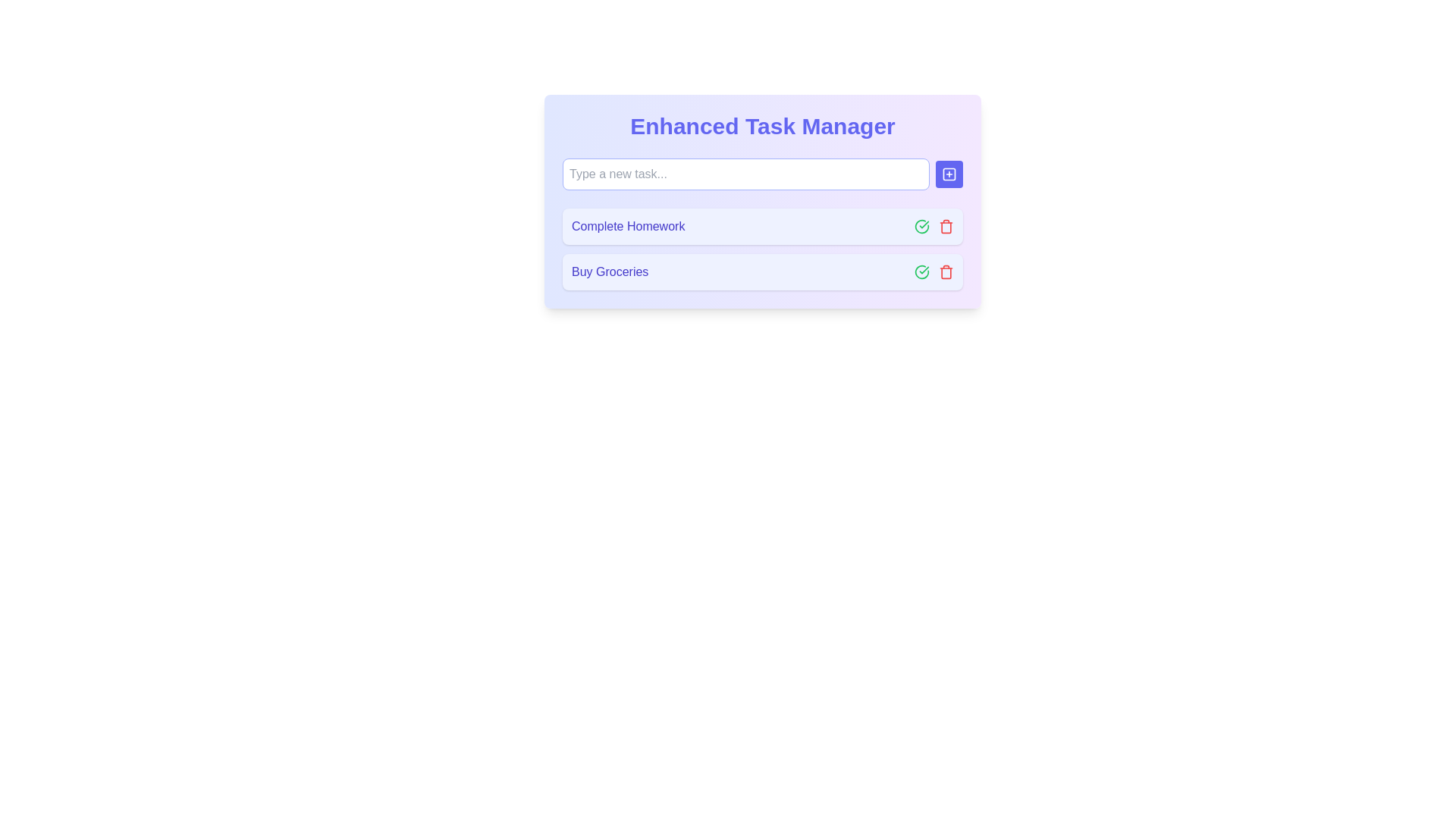 The height and width of the screenshot is (819, 1456). What do you see at coordinates (949, 174) in the screenshot?
I see `the compact square icon with a plus sign (+) located at the center of the purple button, which is positioned immediately to the right of the text input field` at bounding box center [949, 174].